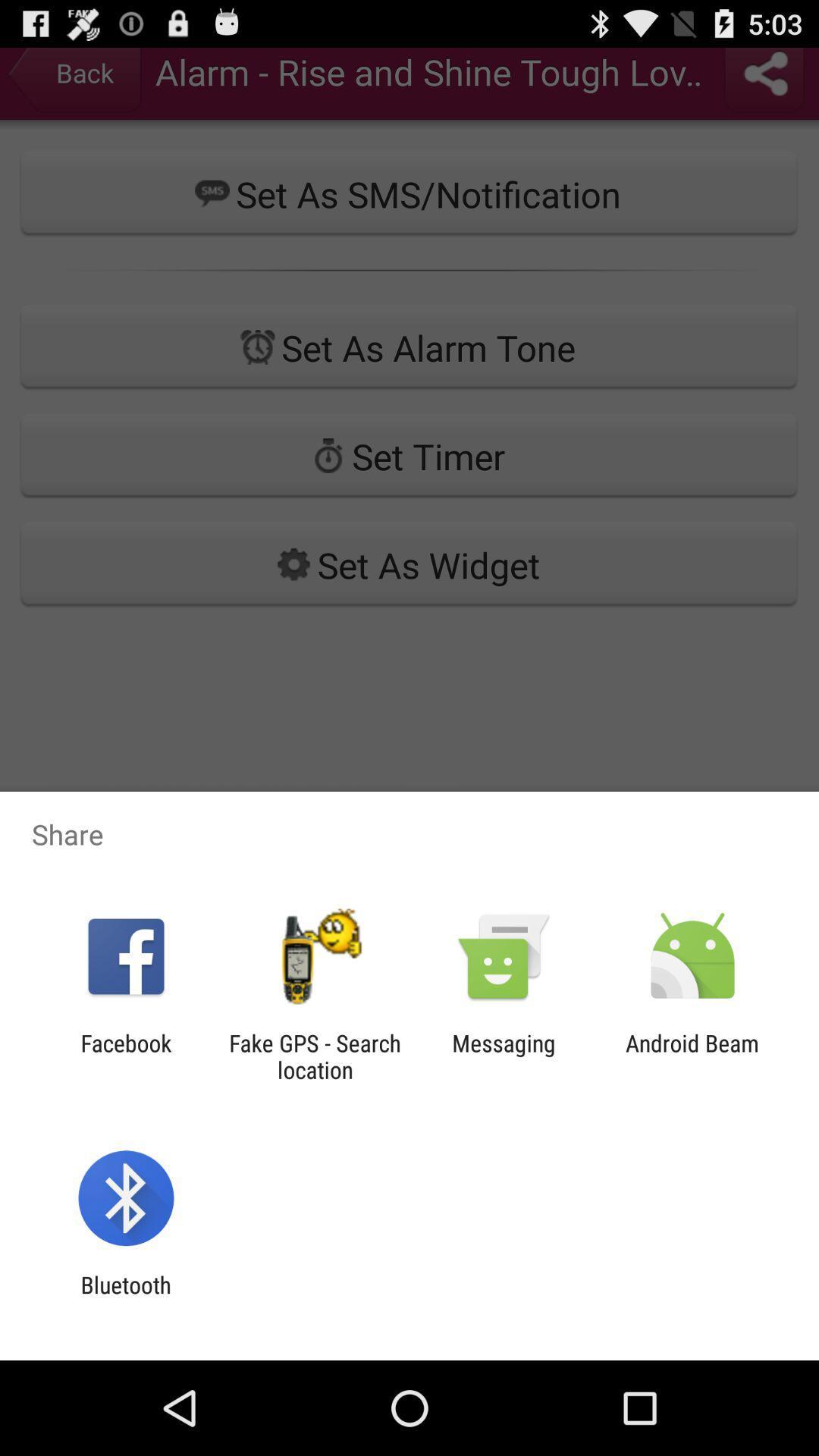 The width and height of the screenshot is (819, 1456). I want to click on icon to the right of facebook item, so click(314, 1056).